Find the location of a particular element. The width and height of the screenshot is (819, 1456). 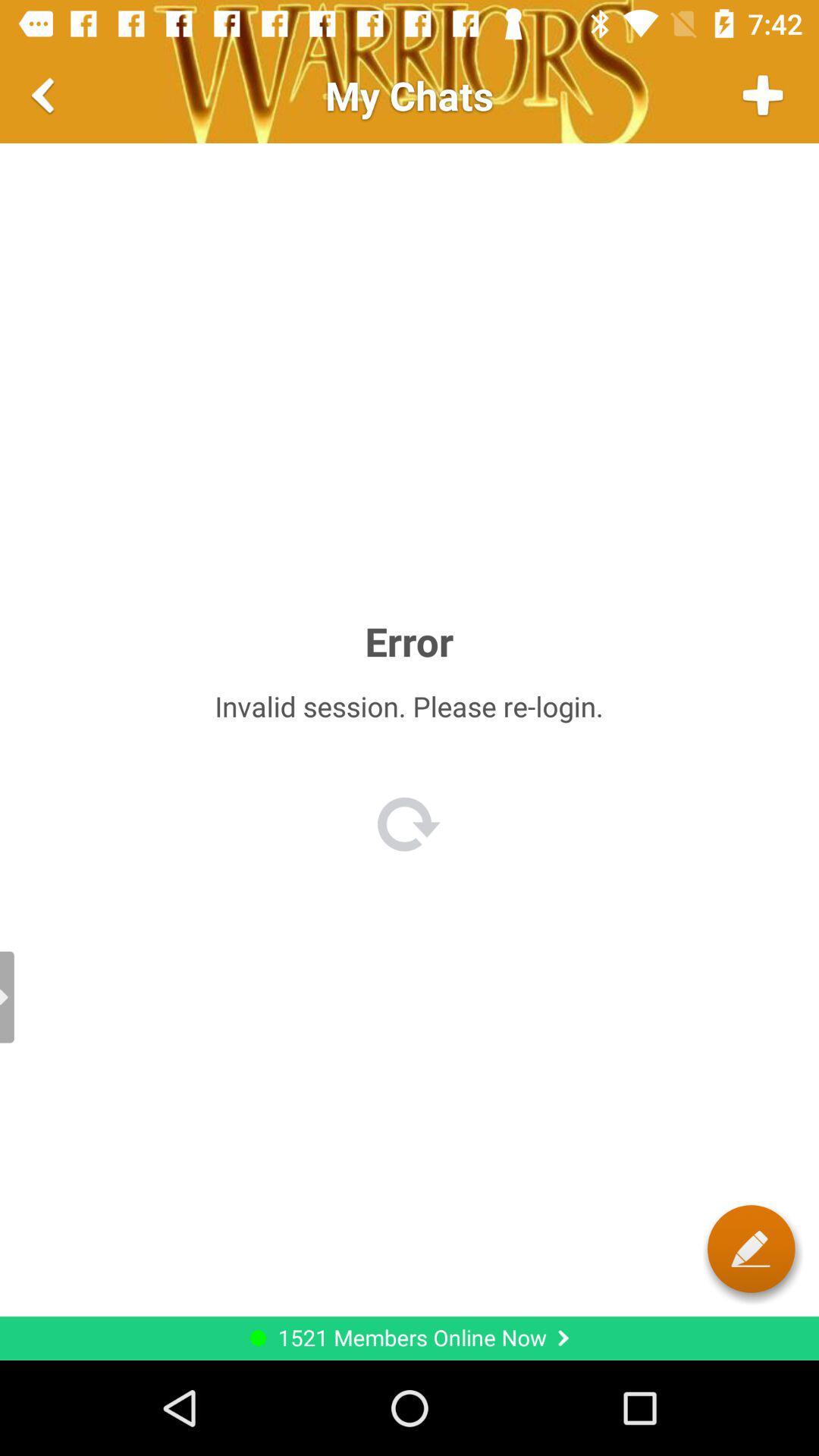

go back is located at coordinates (45, 94).